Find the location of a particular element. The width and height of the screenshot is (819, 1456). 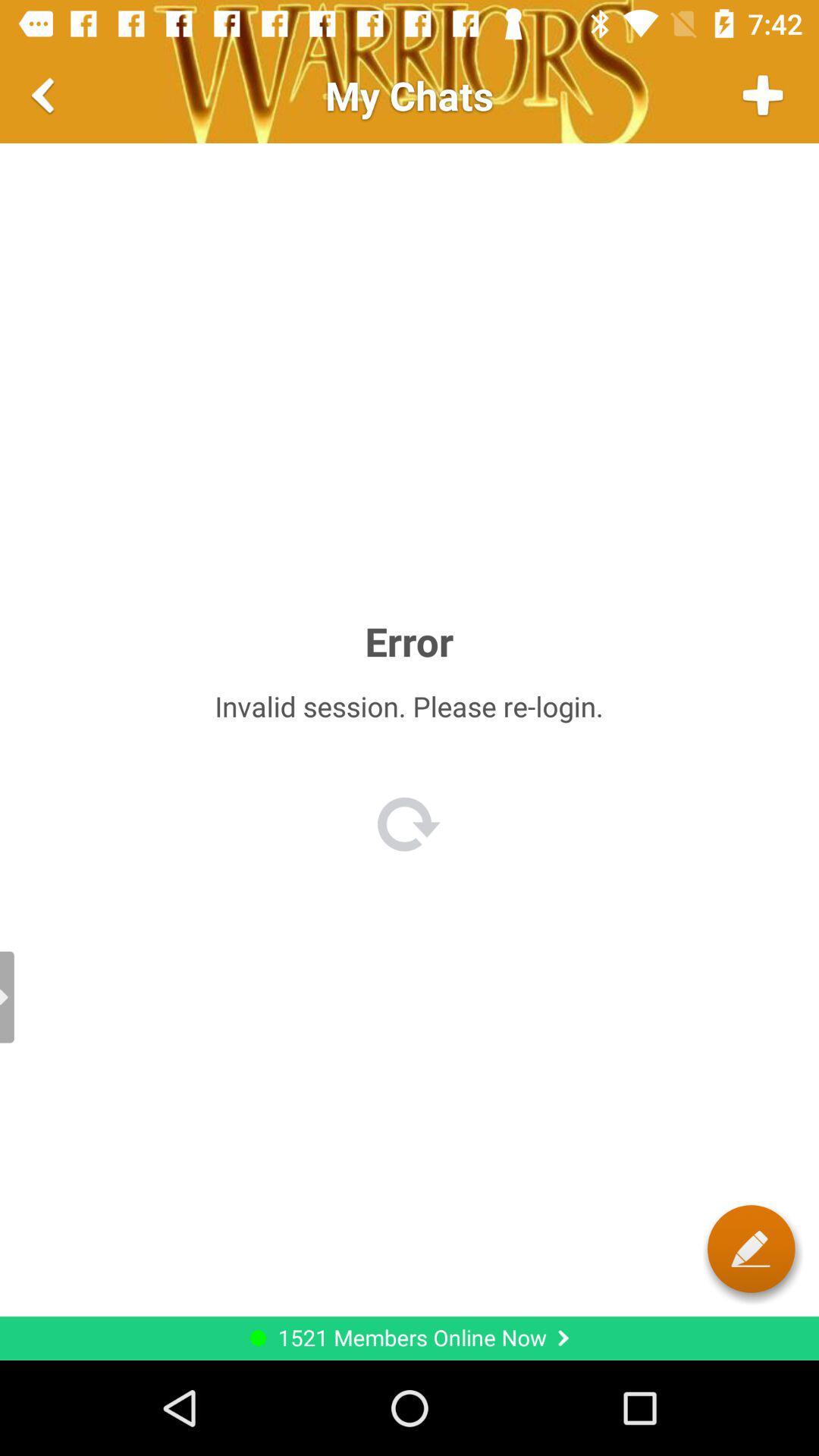

go back is located at coordinates (45, 94).